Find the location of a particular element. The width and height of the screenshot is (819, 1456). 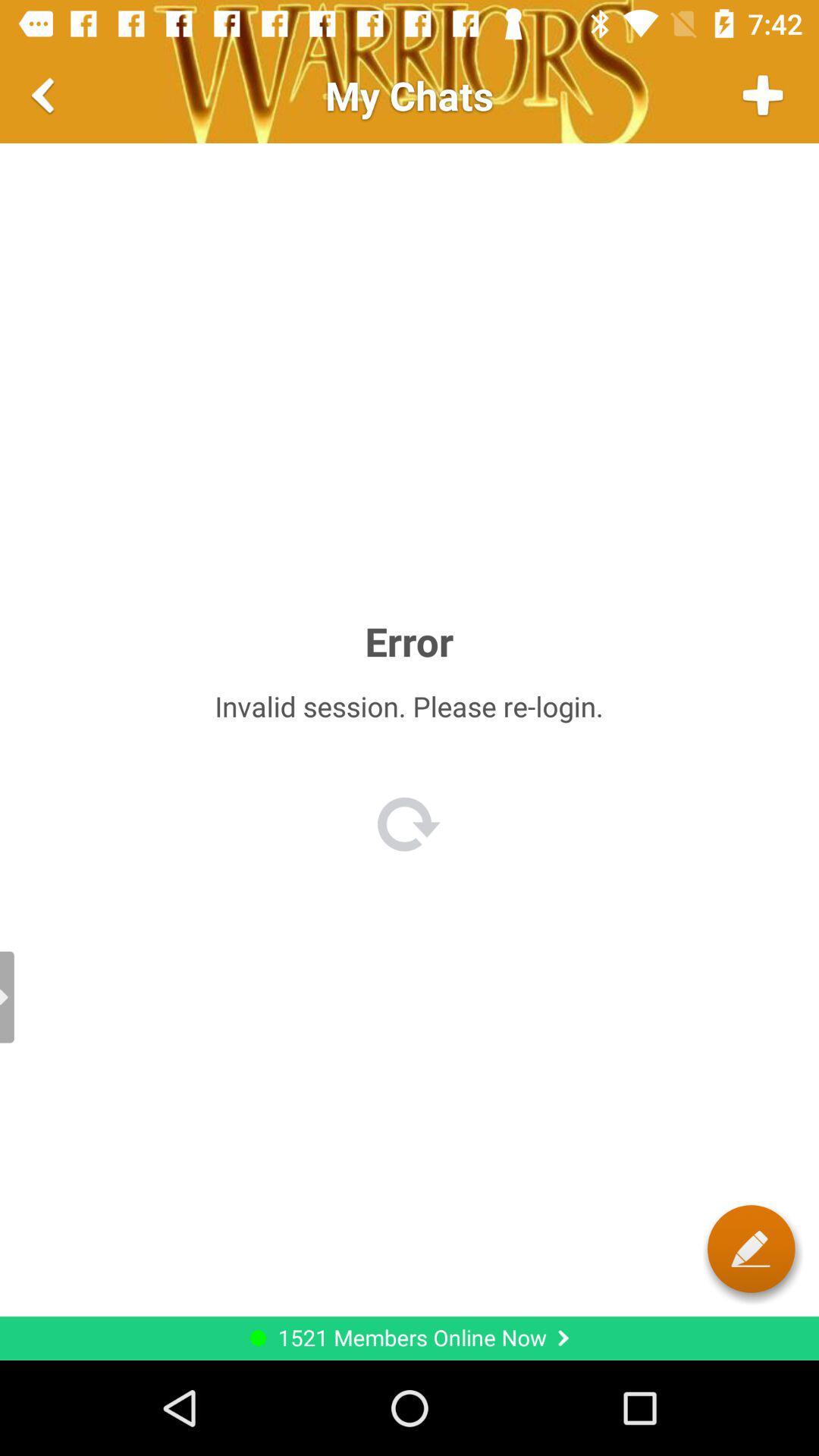

go back is located at coordinates (45, 94).